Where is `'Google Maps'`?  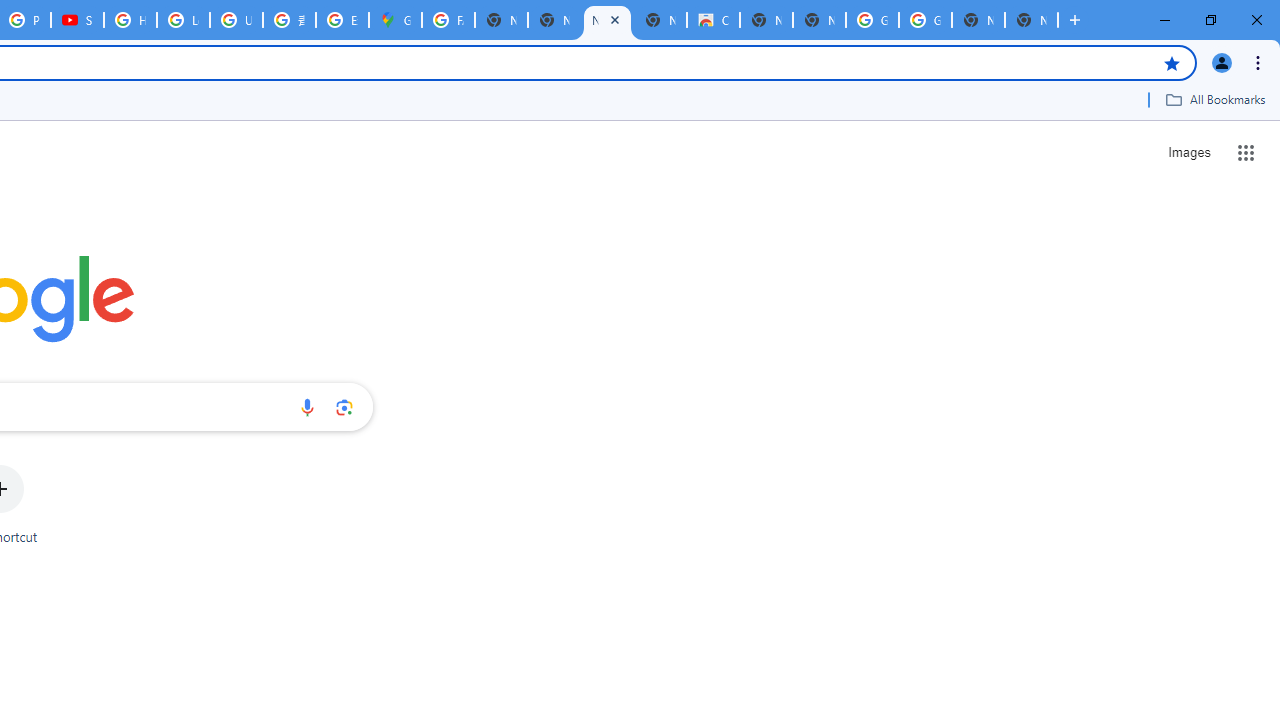
'Google Maps' is located at coordinates (395, 20).